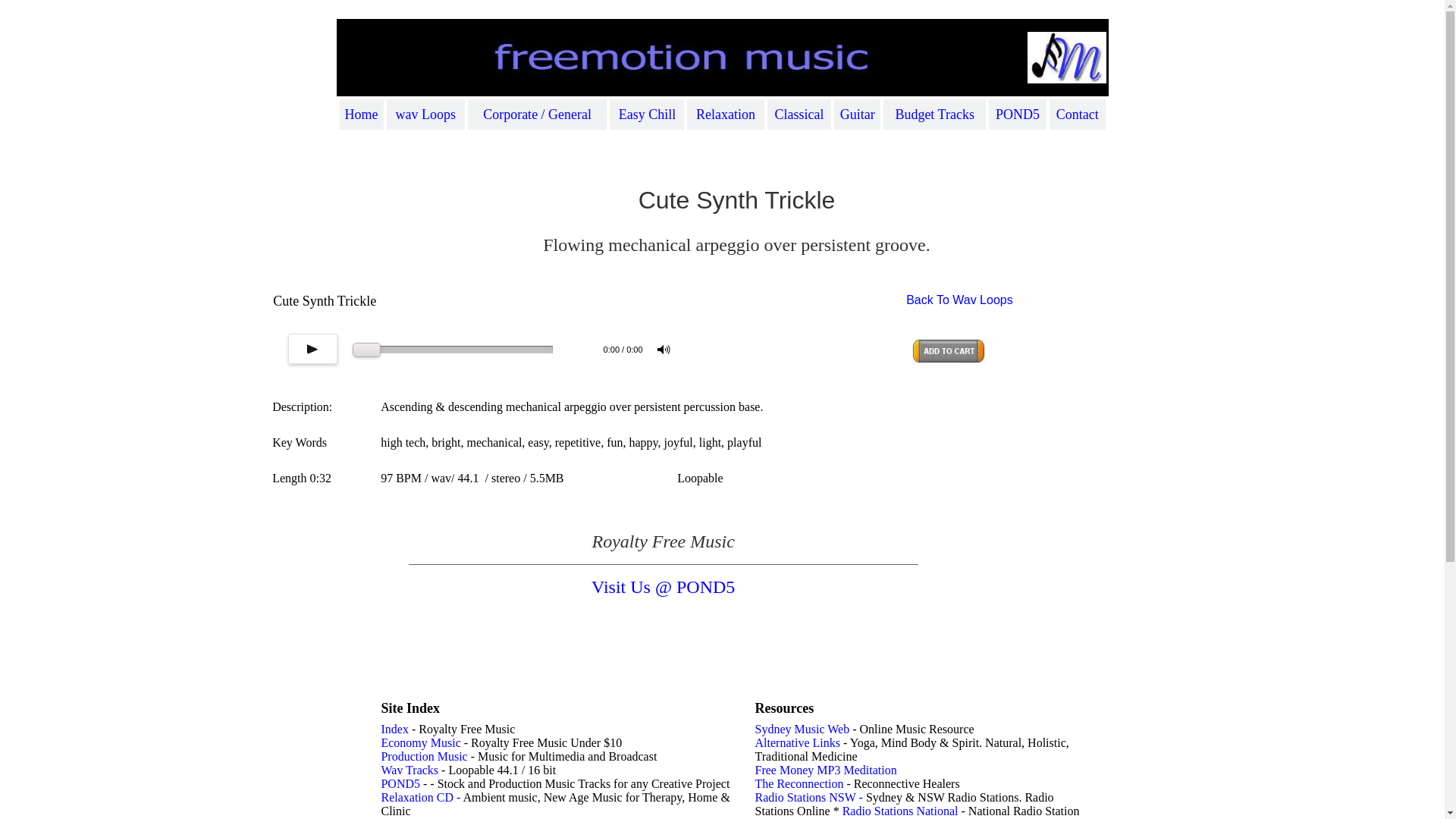  I want to click on 'Back To Wav Loops', so click(906, 300).